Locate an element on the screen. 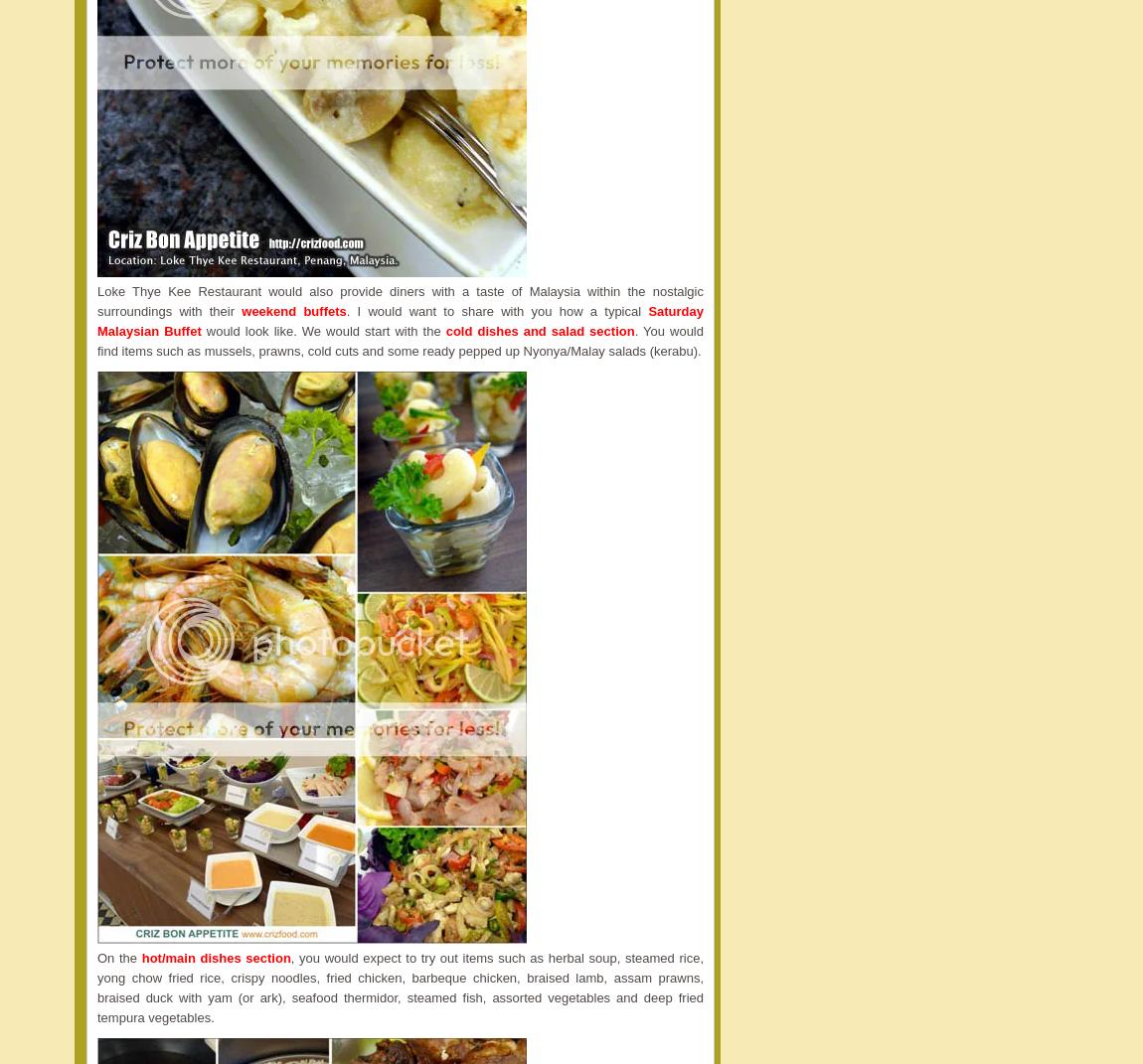 This screenshot has width=1143, height=1064. 'would look like. We would start with the' is located at coordinates (322, 329).